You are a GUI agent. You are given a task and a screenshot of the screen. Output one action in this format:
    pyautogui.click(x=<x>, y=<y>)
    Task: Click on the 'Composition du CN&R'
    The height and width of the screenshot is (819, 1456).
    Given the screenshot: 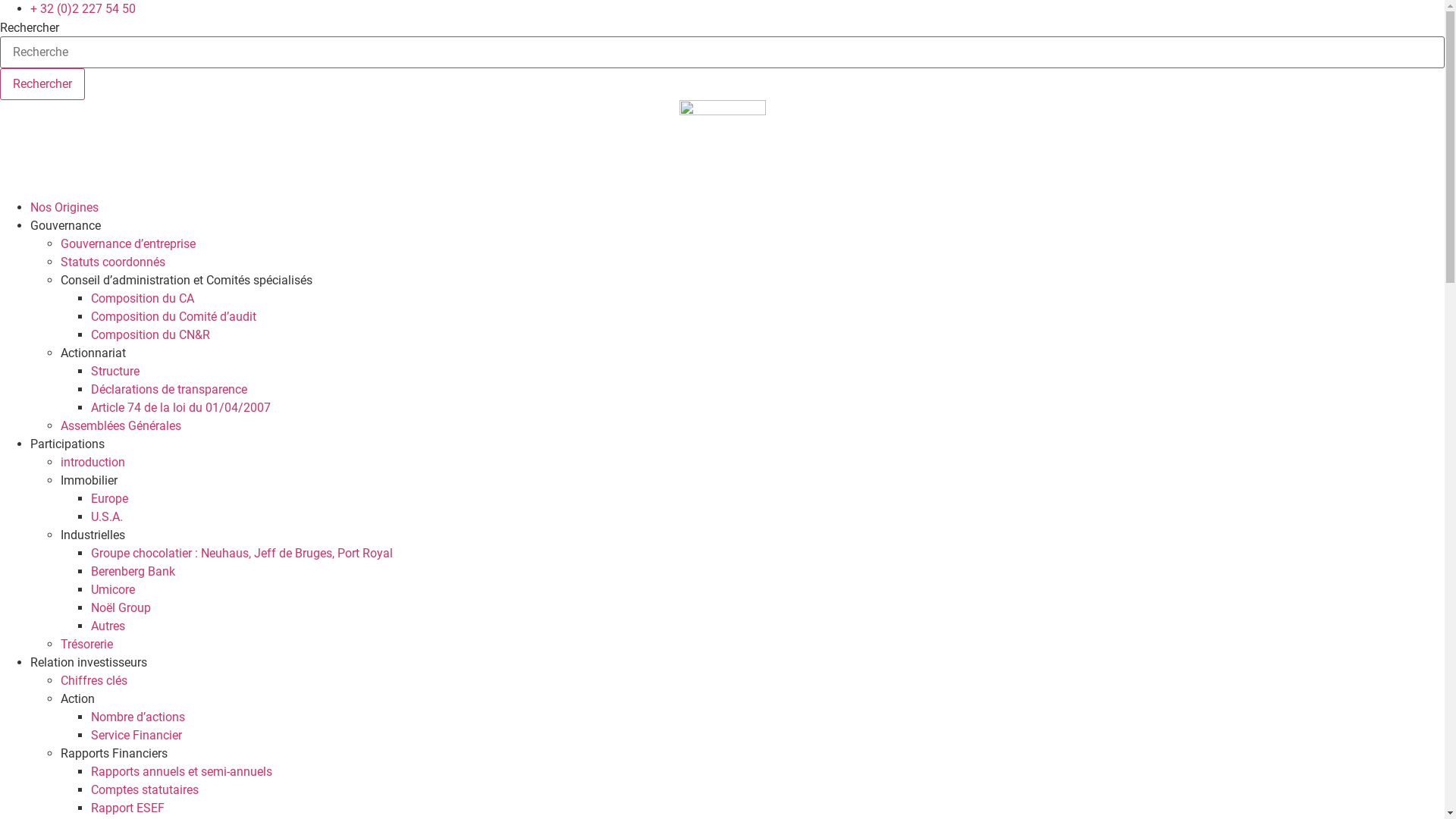 What is the action you would take?
    pyautogui.click(x=90, y=334)
    